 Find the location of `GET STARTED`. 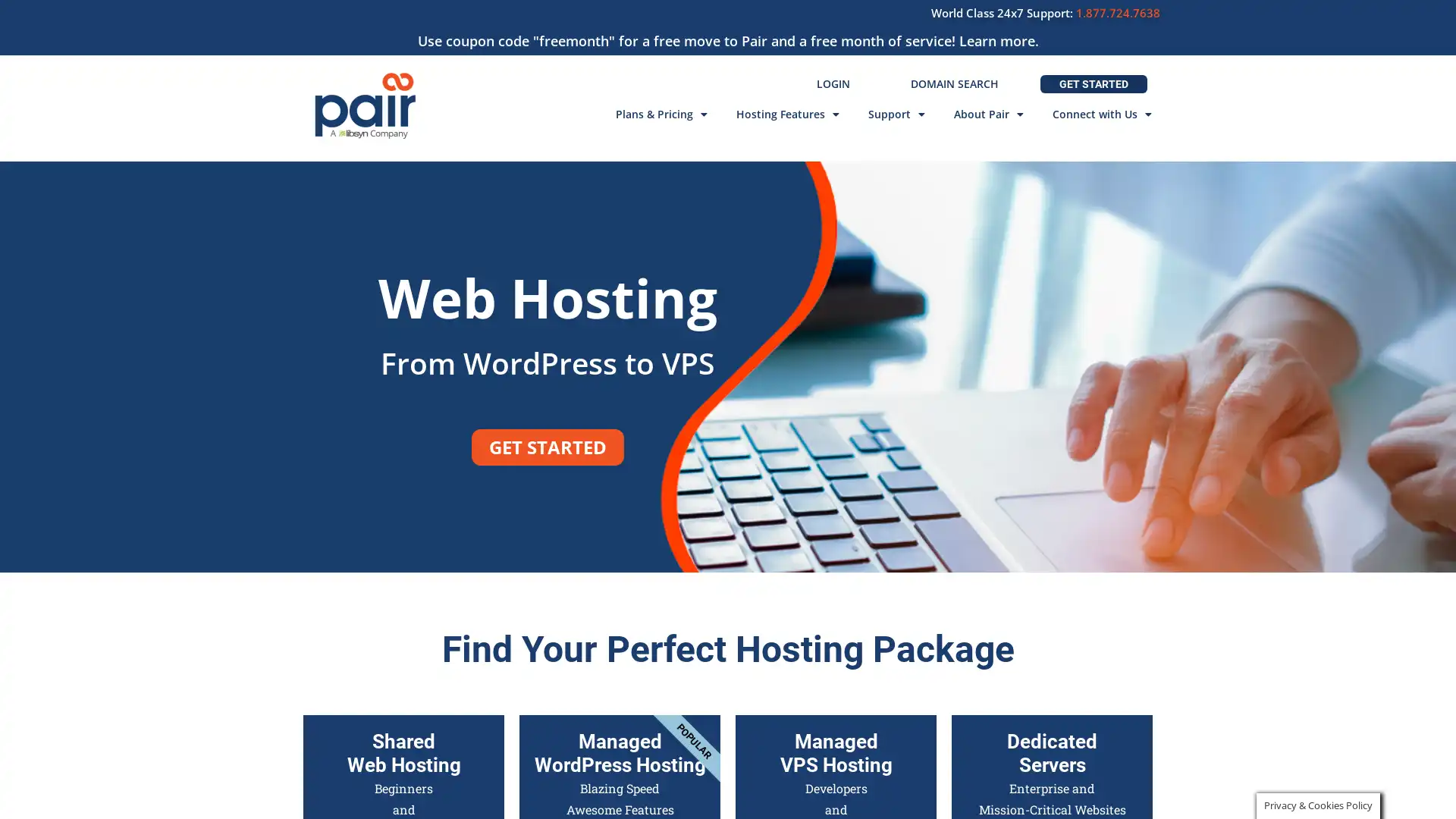

GET STARTED is located at coordinates (1093, 84).